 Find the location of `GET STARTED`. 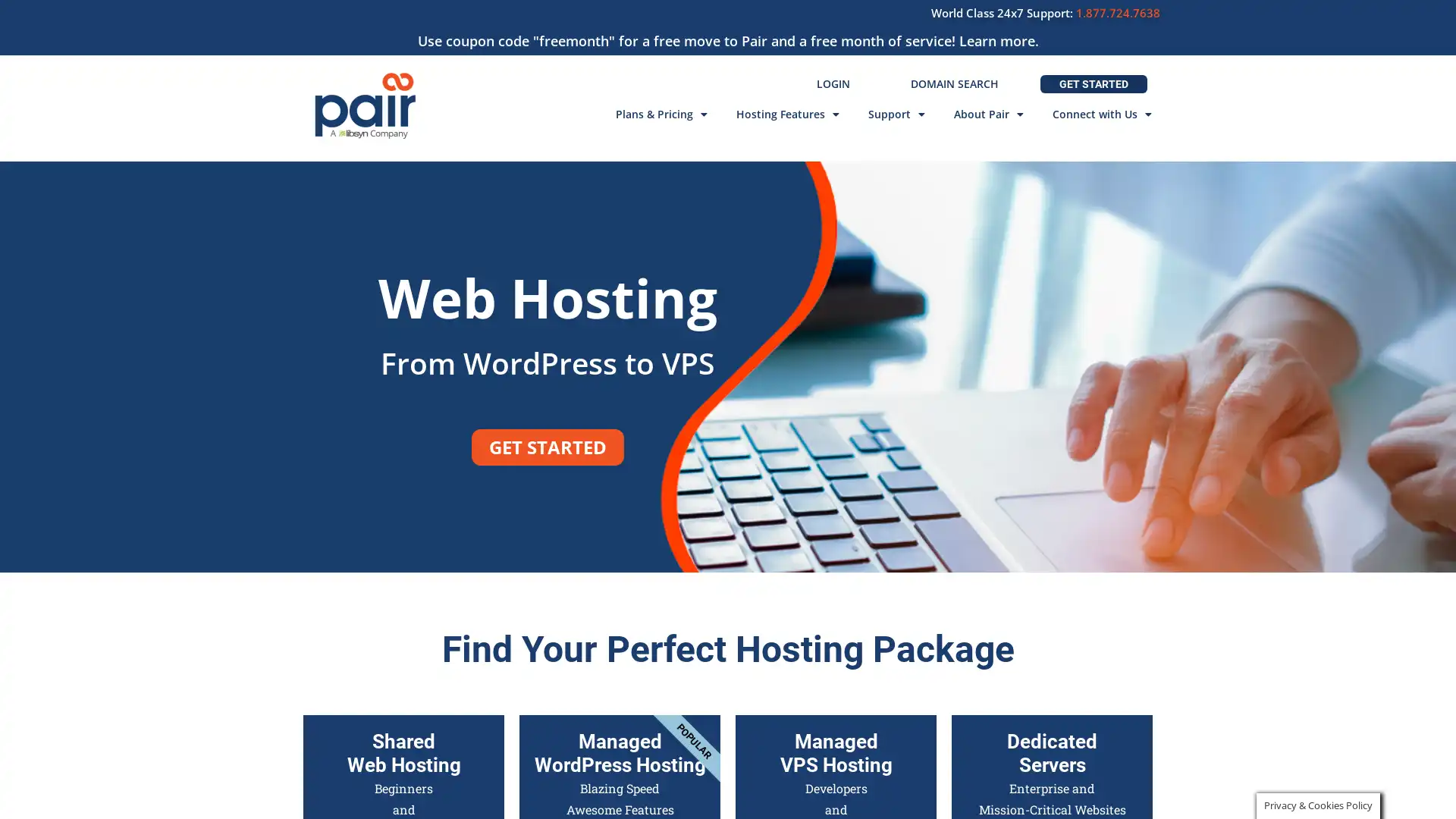

GET STARTED is located at coordinates (1093, 84).